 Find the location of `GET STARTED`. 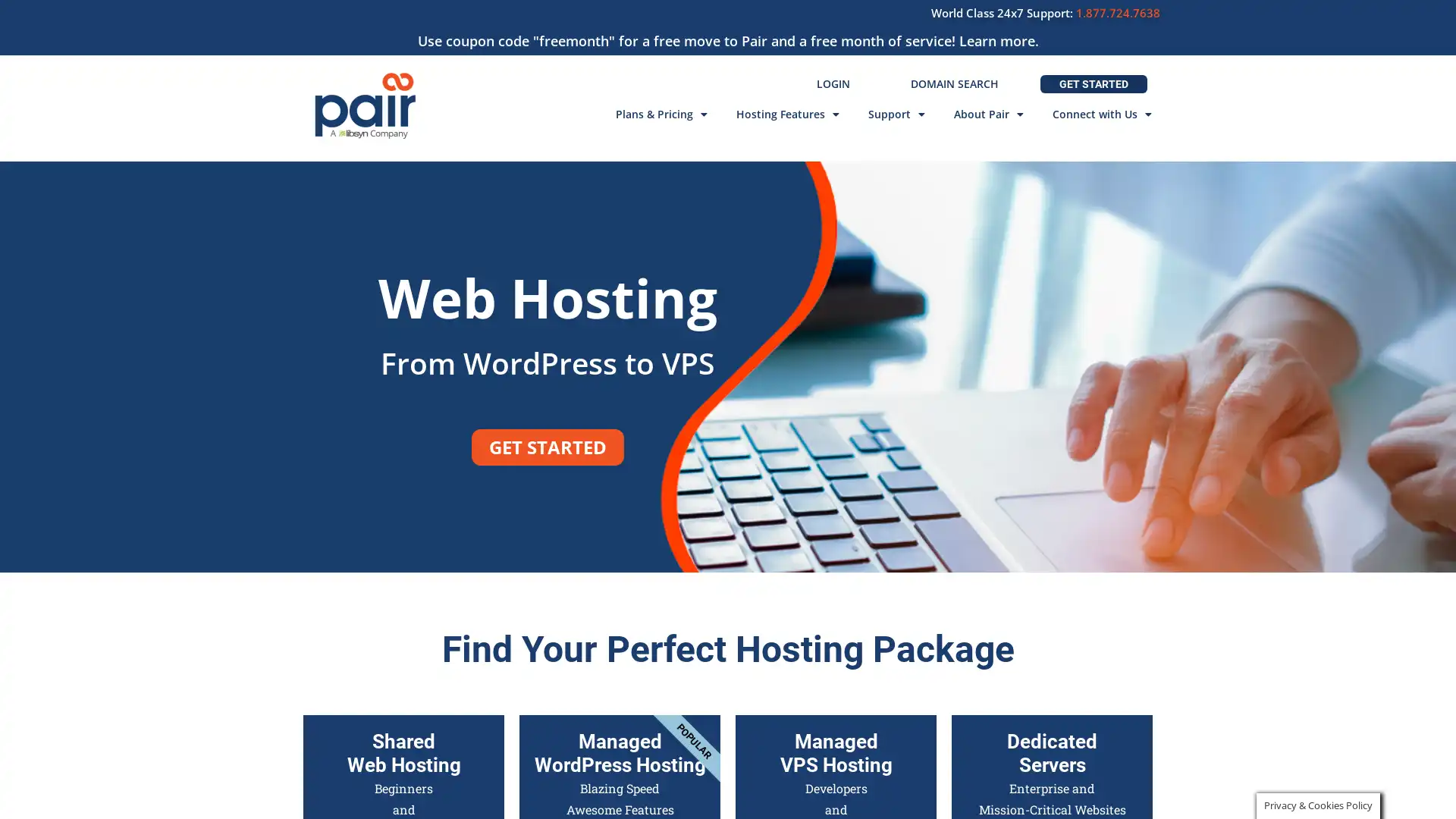

GET STARTED is located at coordinates (1093, 84).